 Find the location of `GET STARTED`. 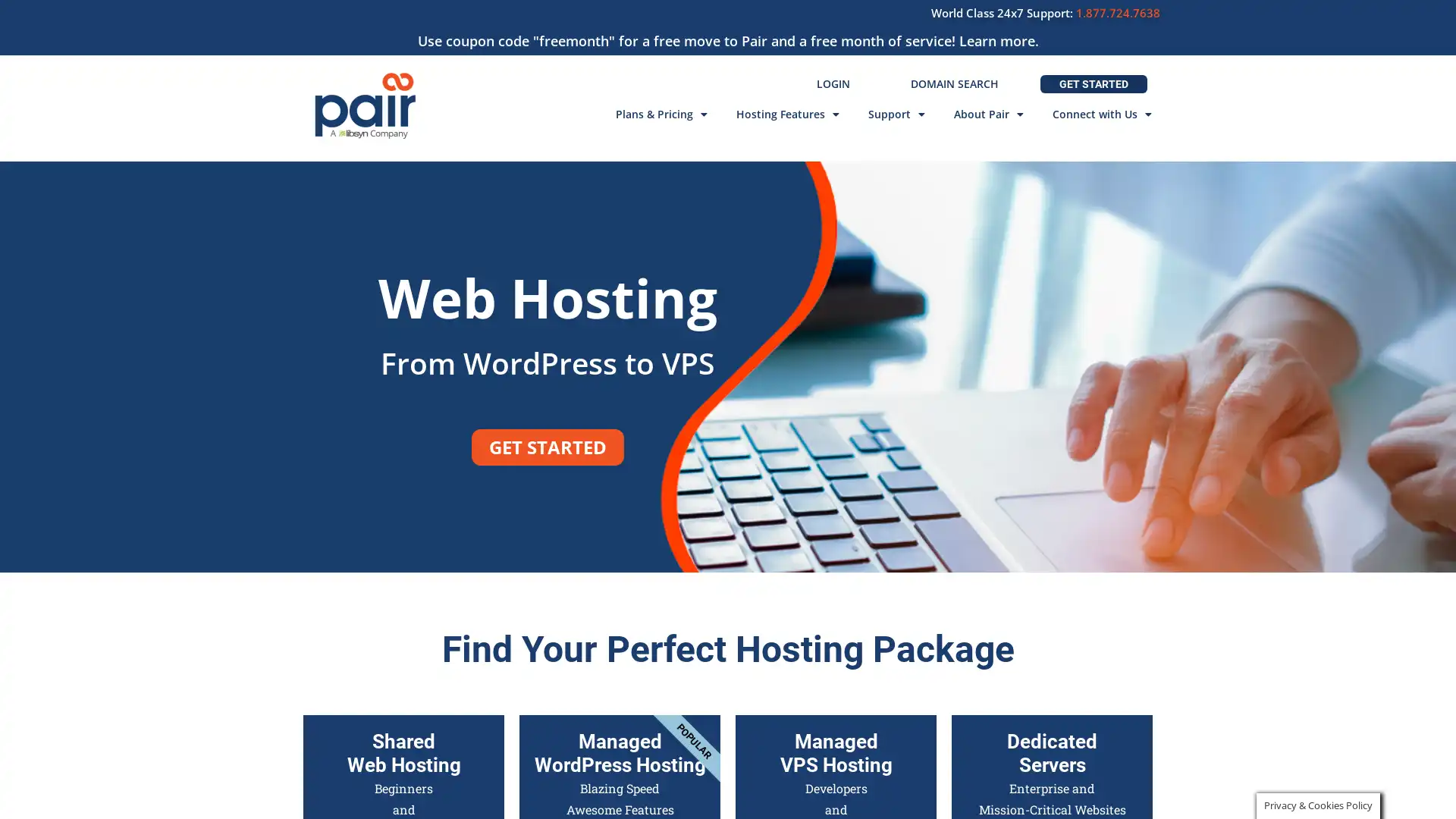

GET STARTED is located at coordinates (1093, 84).